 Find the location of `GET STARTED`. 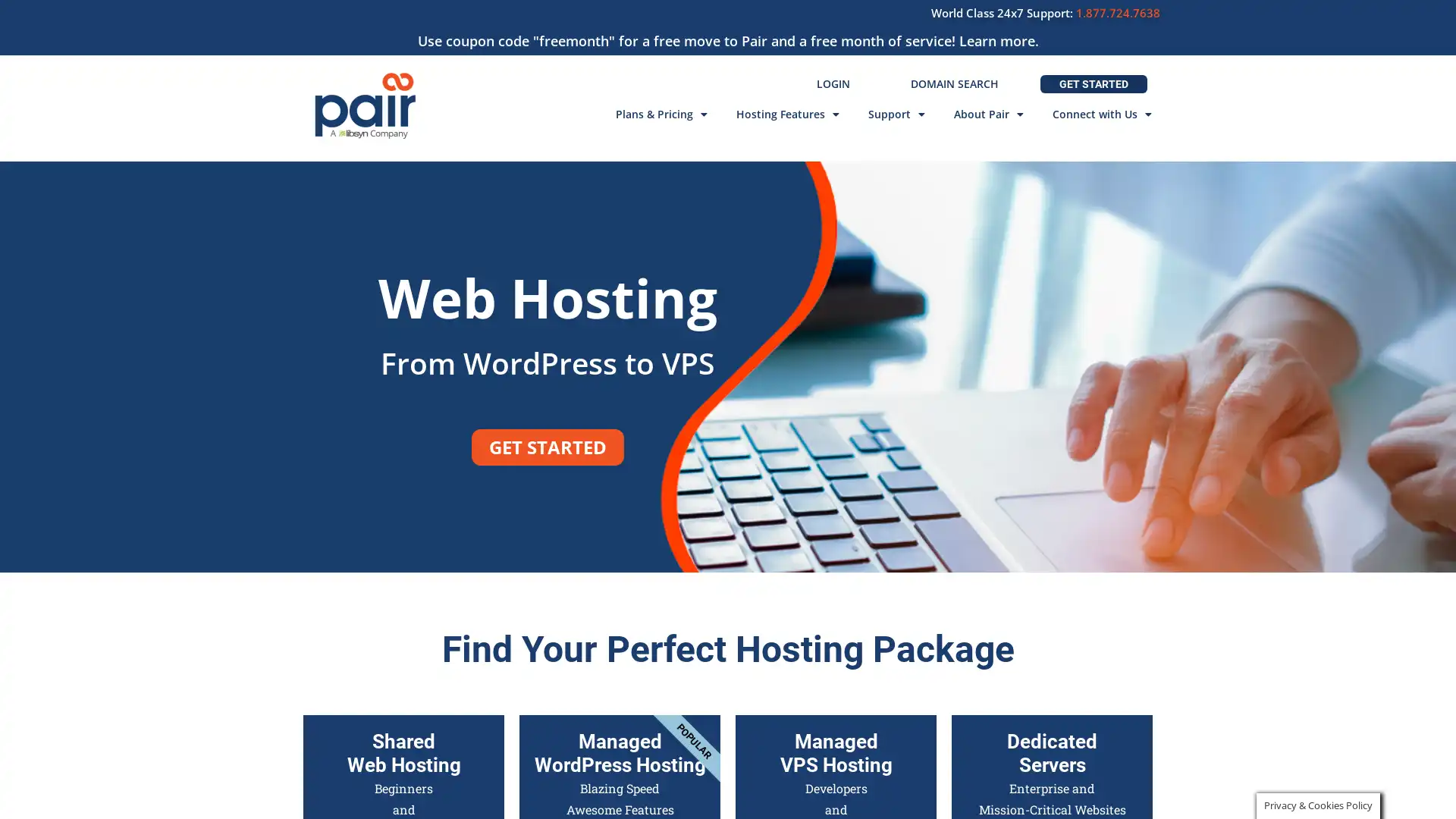

GET STARTED is located at coordinates (1093, 84).